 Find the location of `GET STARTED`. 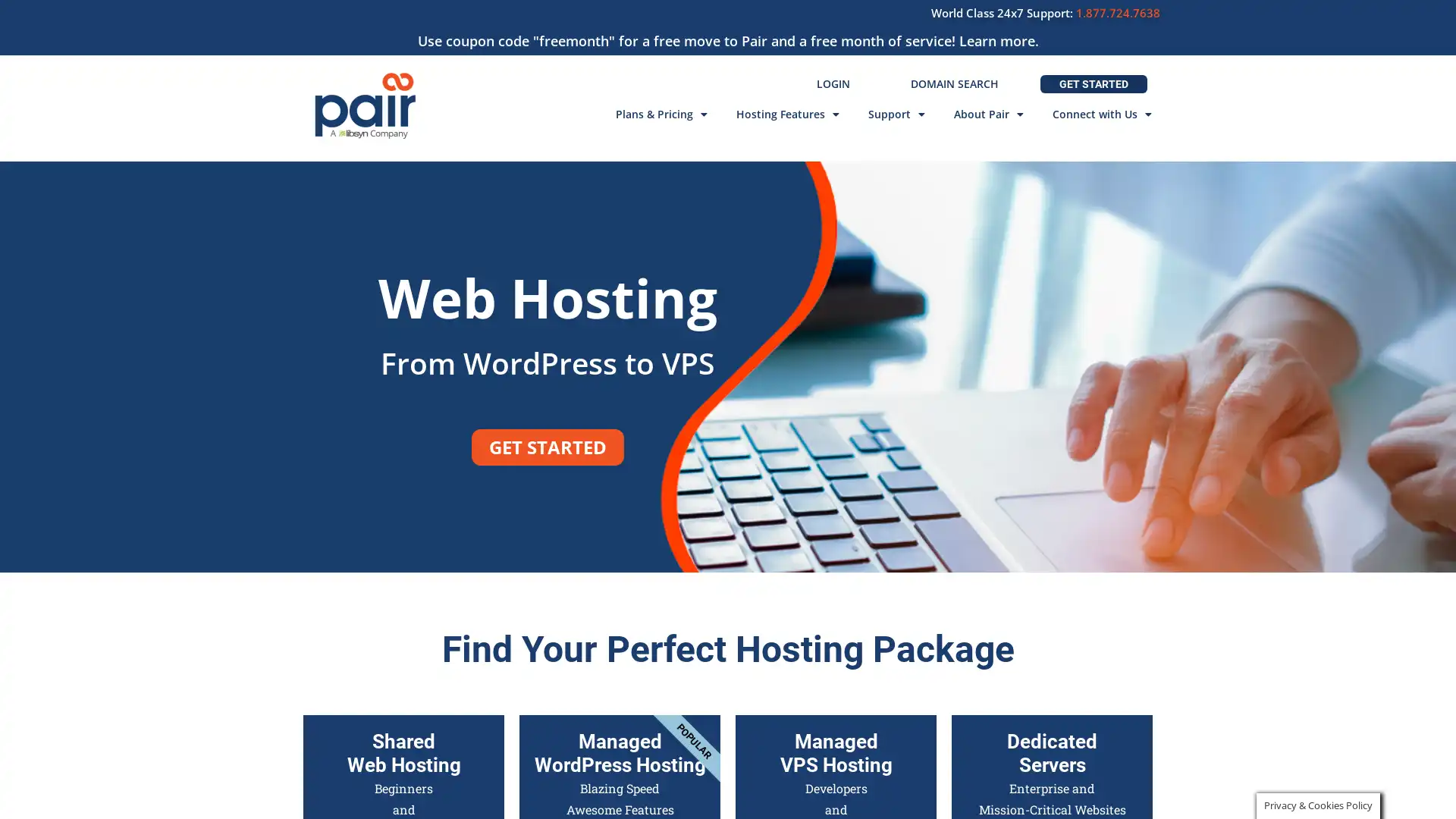

GET STARTED is located at coordinates (1093, 84).